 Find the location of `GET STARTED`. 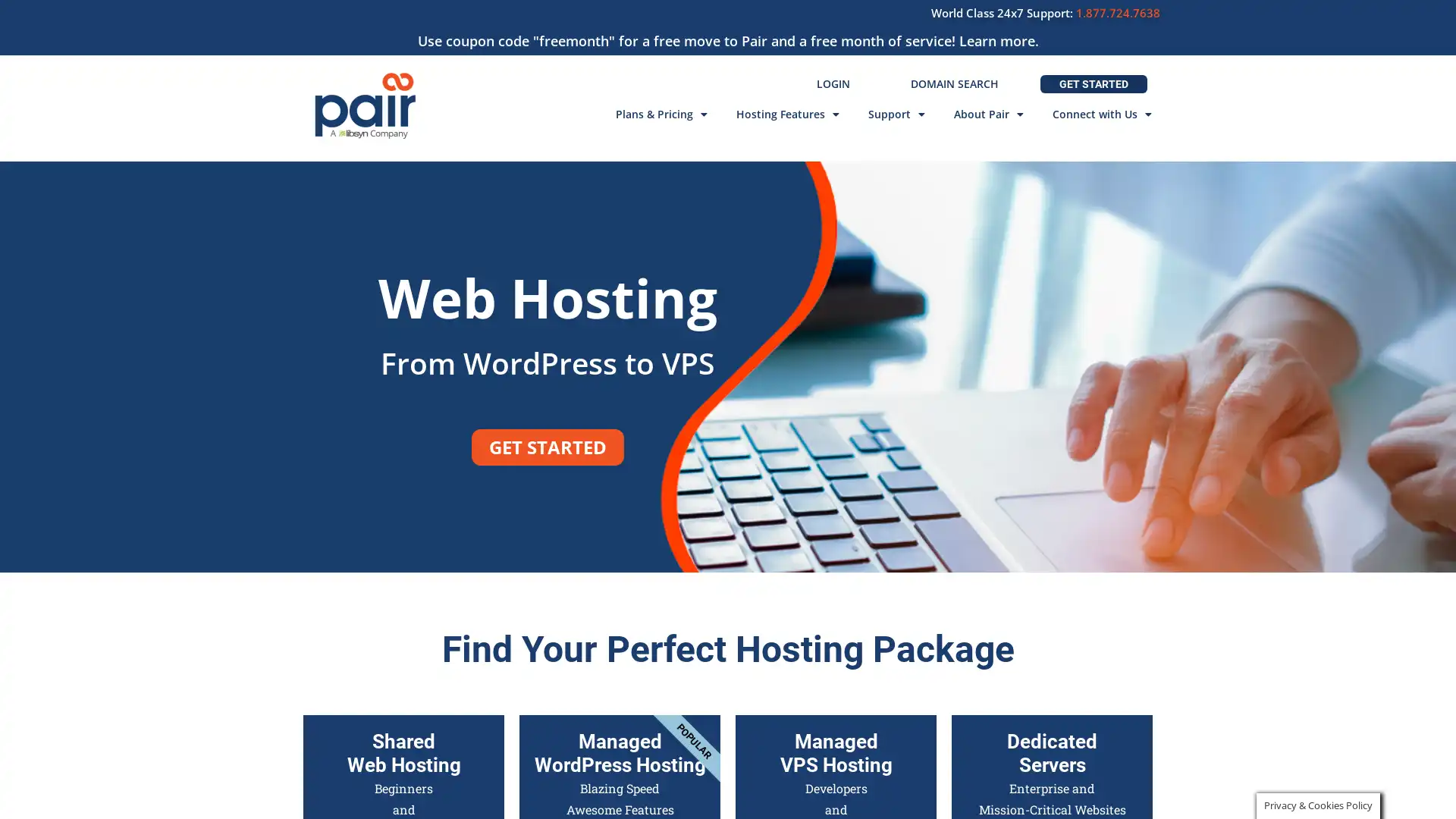

GET STARTED is located at coordinates (1093, 84).